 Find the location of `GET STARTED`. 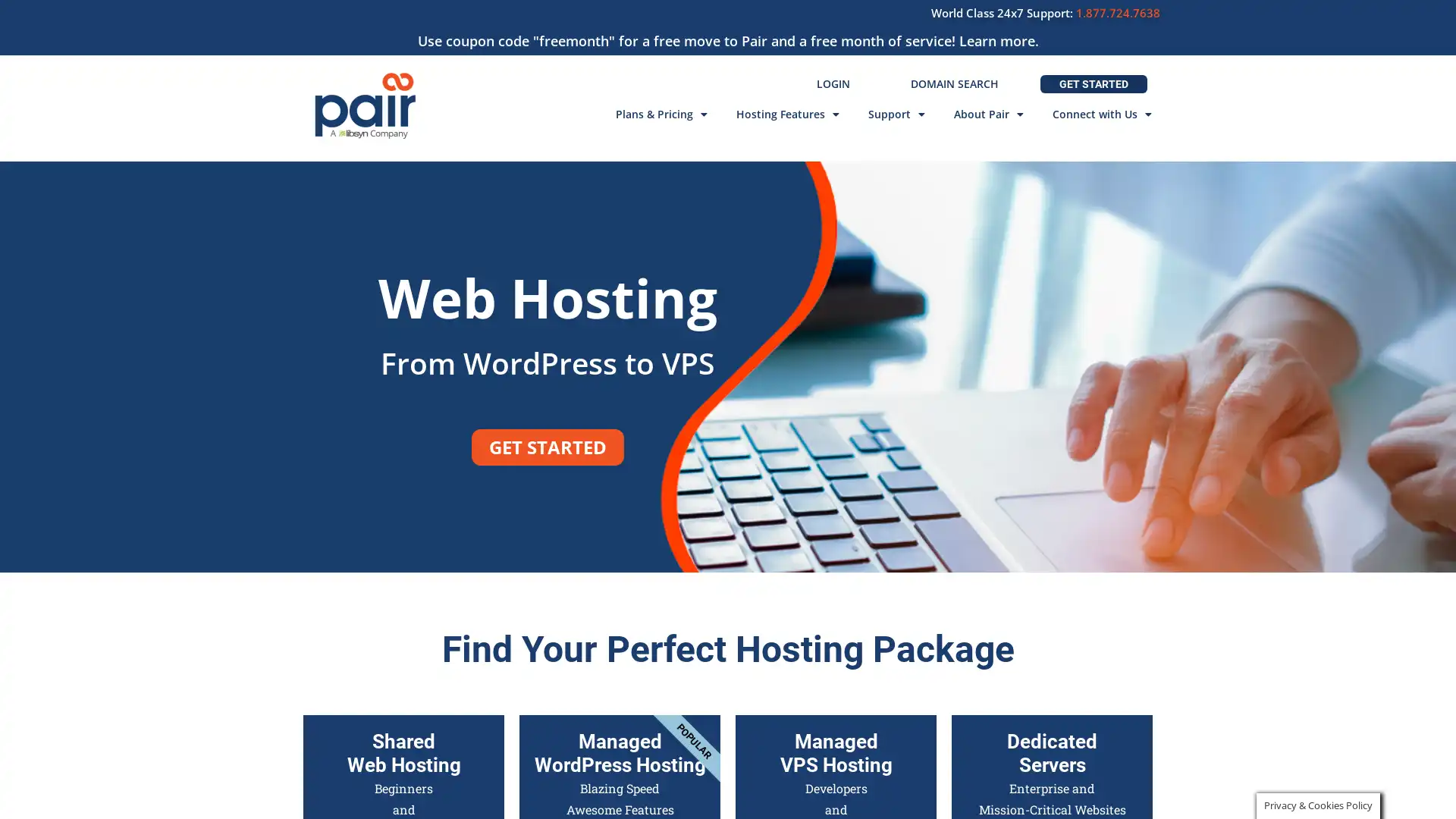

GET STARTED is located at coordinates (1093, 84).